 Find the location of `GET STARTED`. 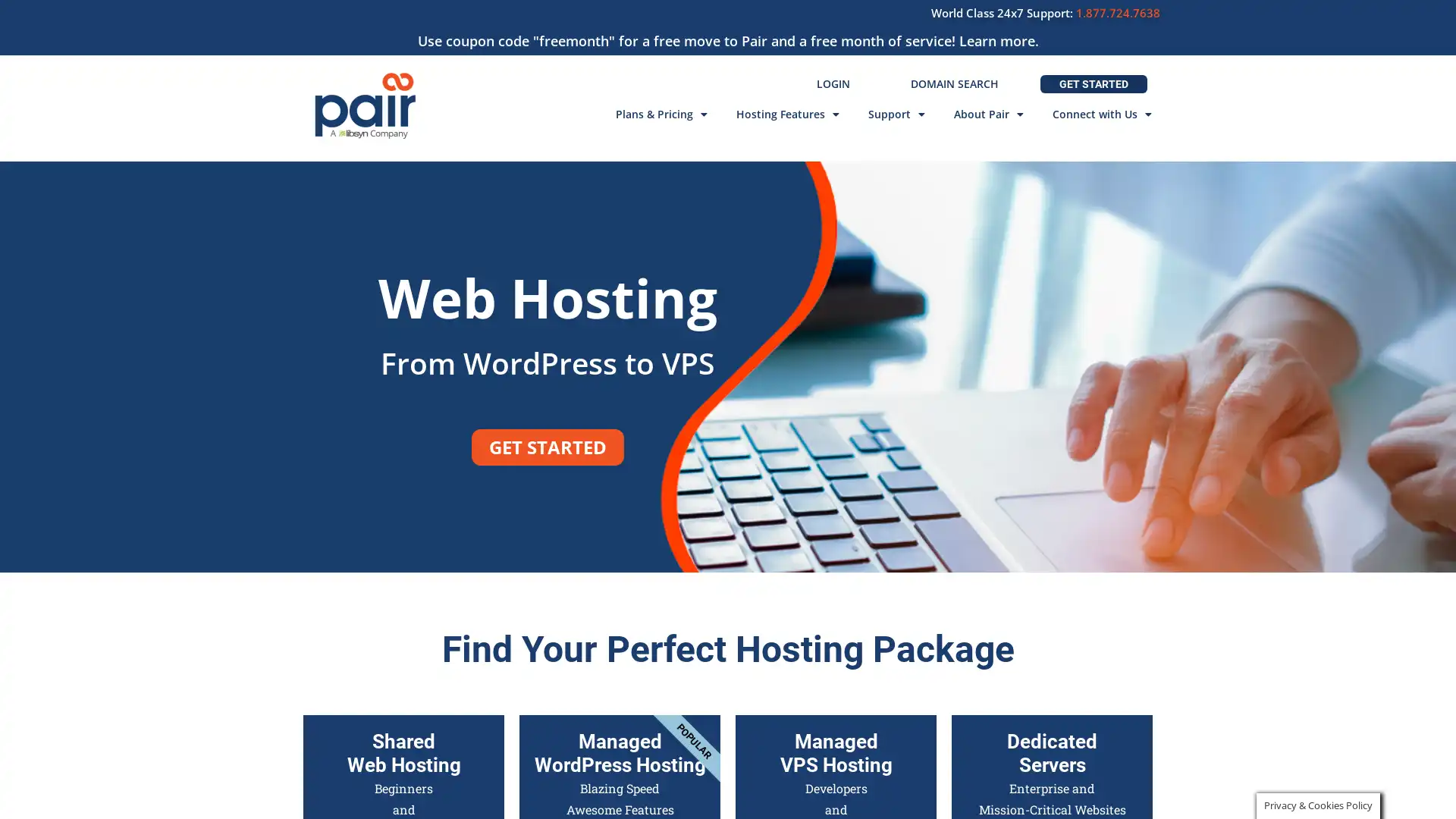

GET STARTED is located at coordinates (1093, 84).